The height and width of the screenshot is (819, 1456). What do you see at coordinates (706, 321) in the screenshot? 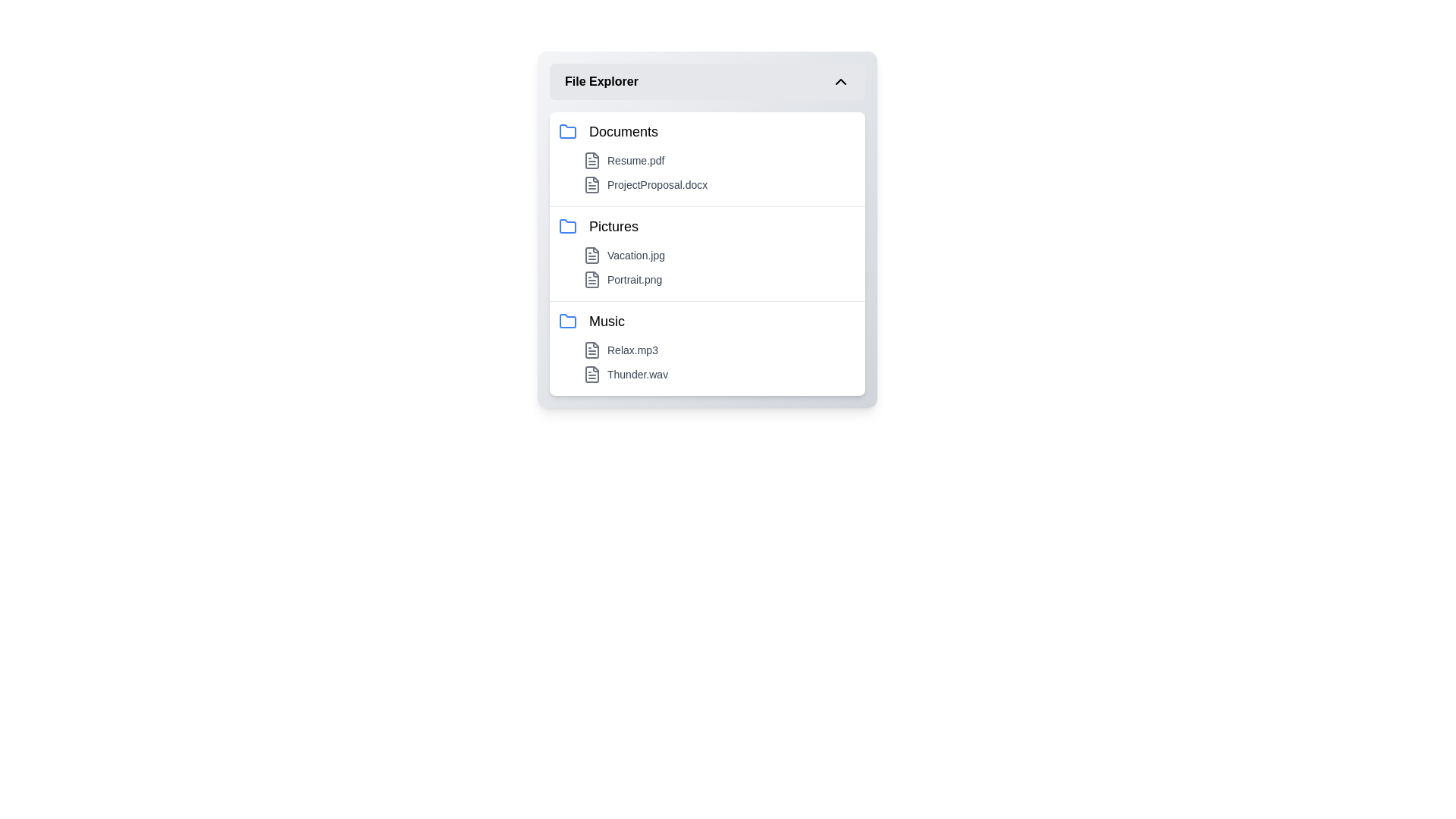
I see `the folder named Music to select it` at bounding box center [706, 321].